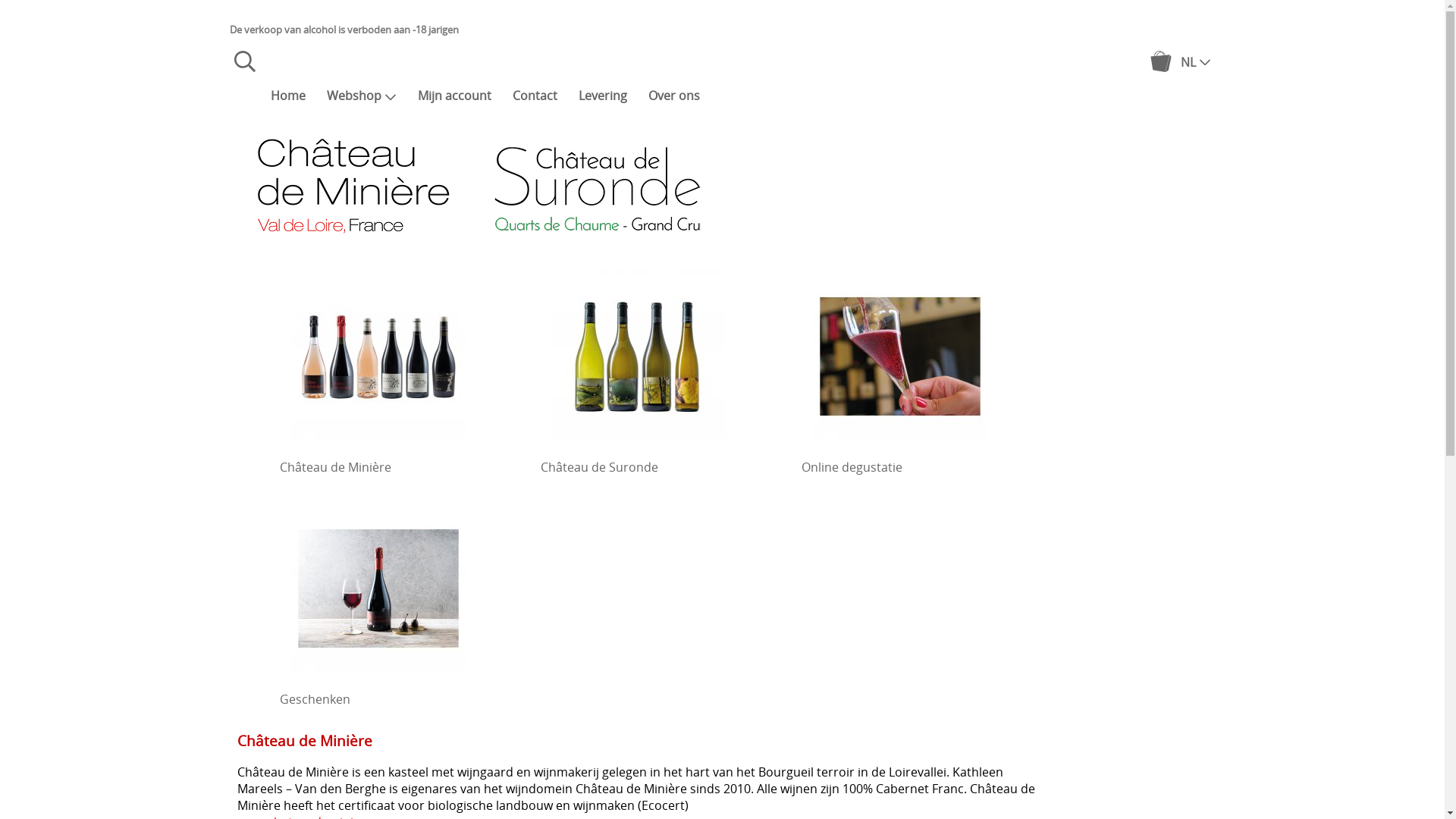 This screenshot has width=1456, height=819. Describe the element at coordinates (378, 599) in the screenshot. I see `'Geschenken'` at that location.